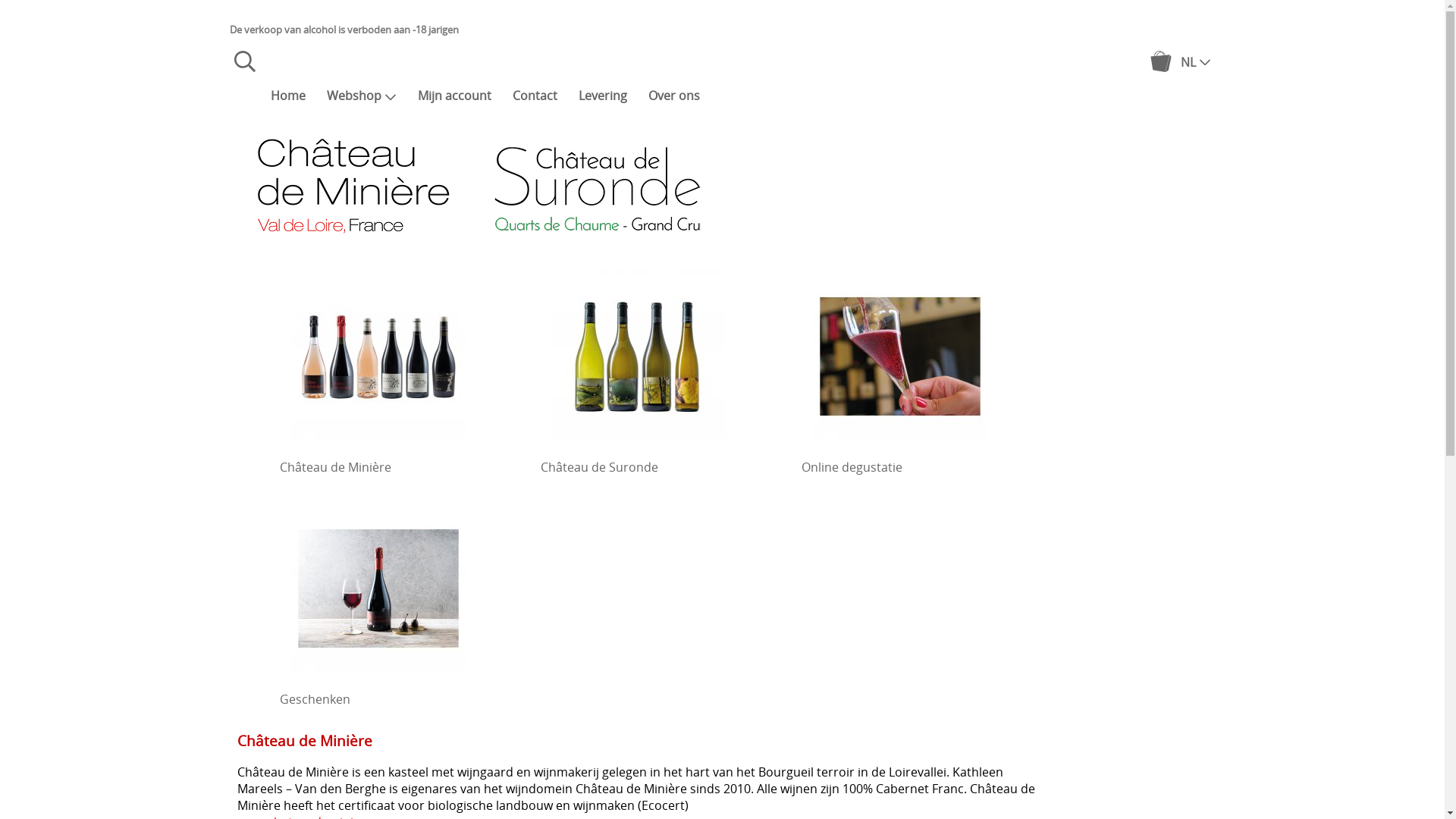 This screenshot has width=1456, height=819. Describe the element at coordinates (378, 599) in the screenshot. I see `'Geschenken'` at that location.